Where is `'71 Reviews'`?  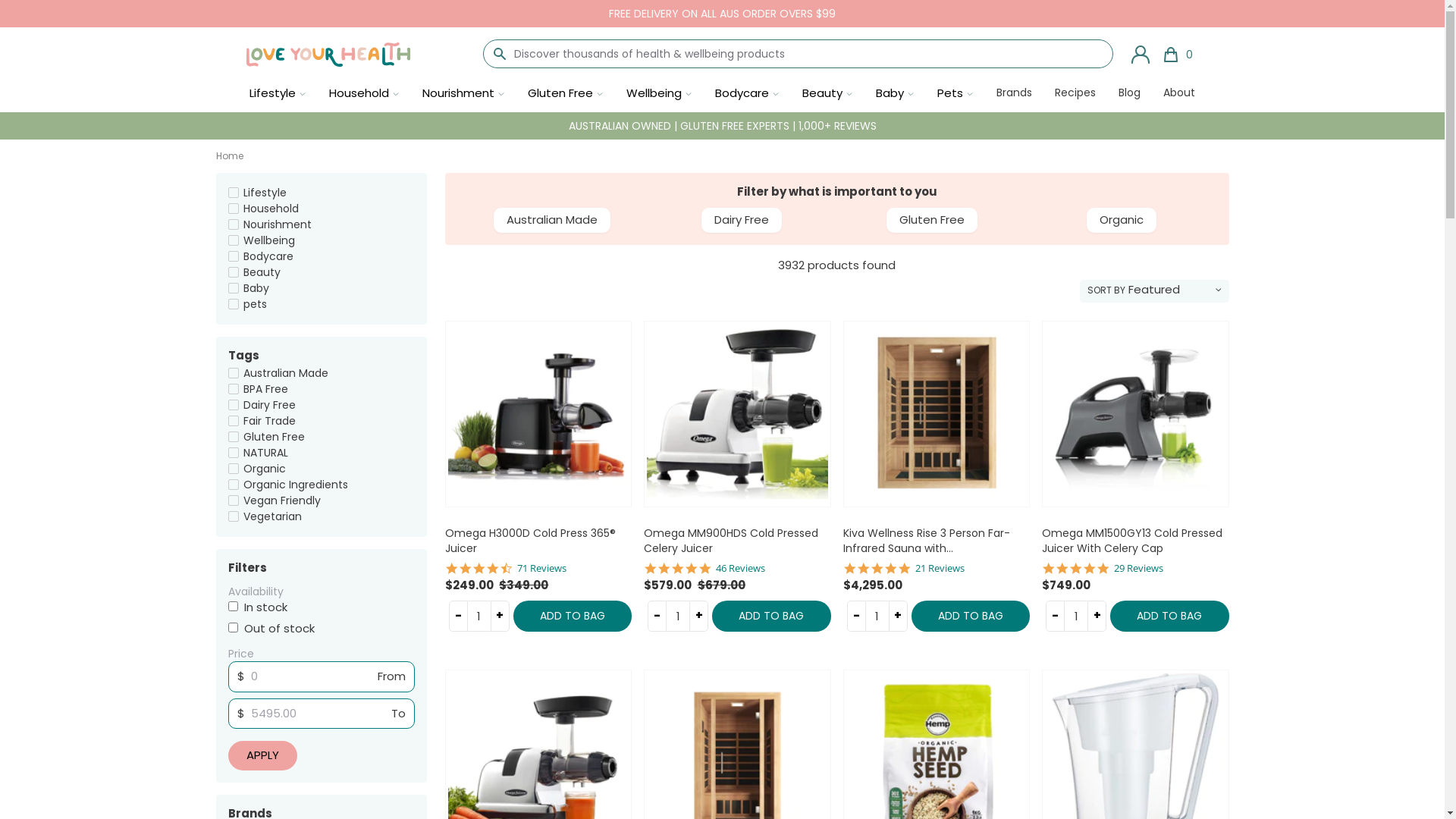
'71 Reviews' is located at coordinates (541, 568).